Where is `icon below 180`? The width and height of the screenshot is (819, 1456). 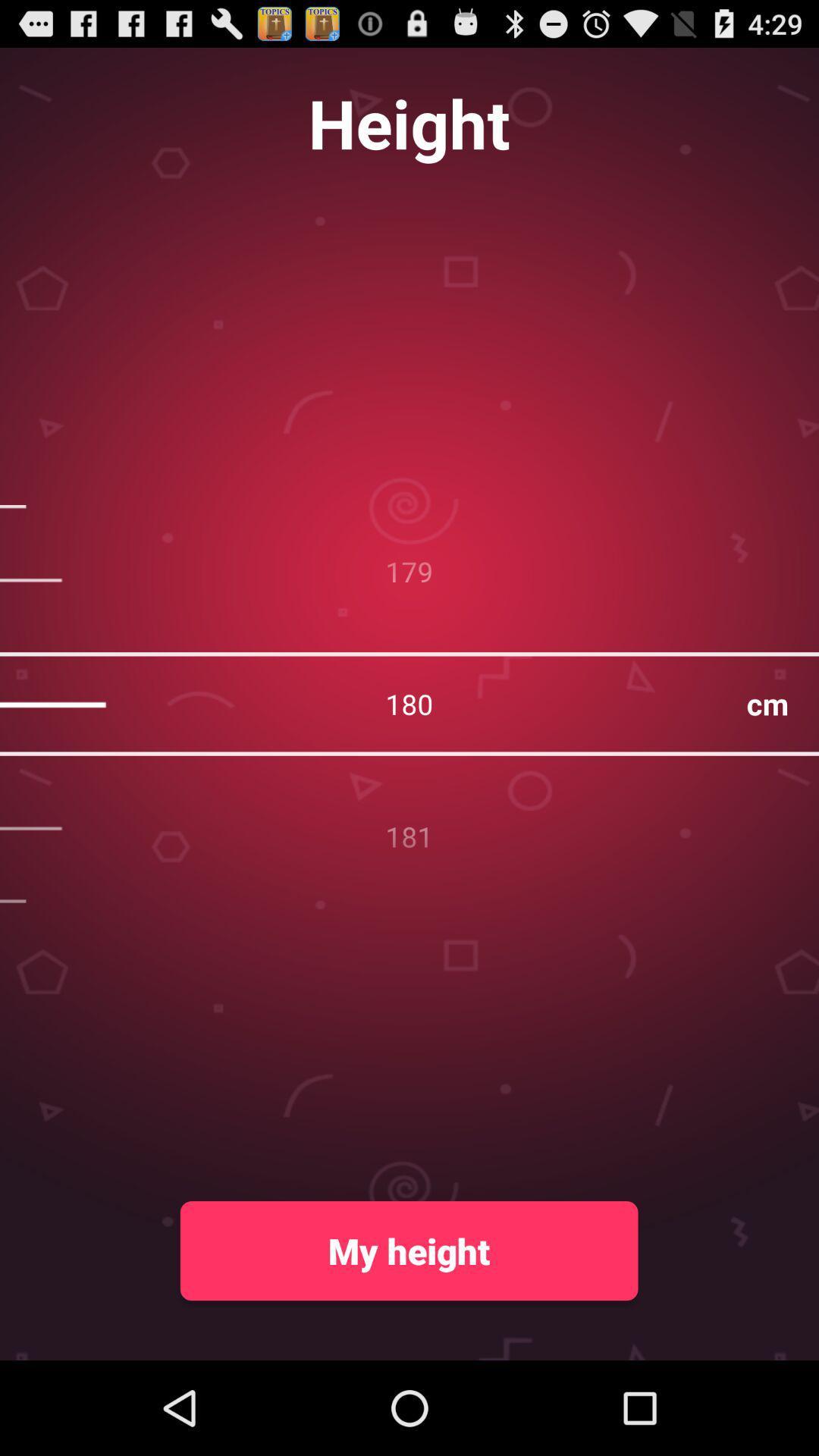 icon below 180 is located at coordinates (408, 1250).